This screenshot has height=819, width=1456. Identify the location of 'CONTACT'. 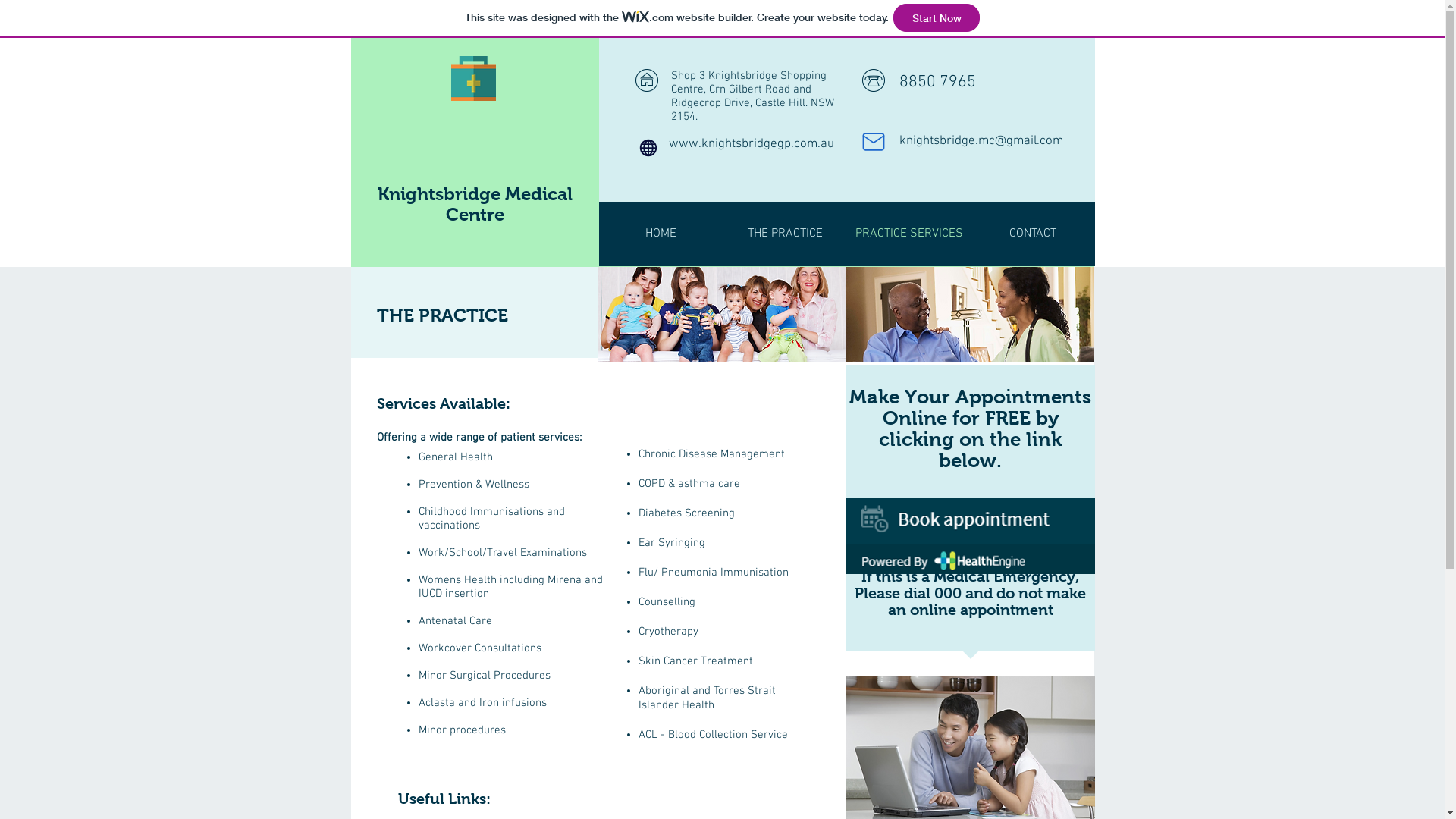
(1031, 234).